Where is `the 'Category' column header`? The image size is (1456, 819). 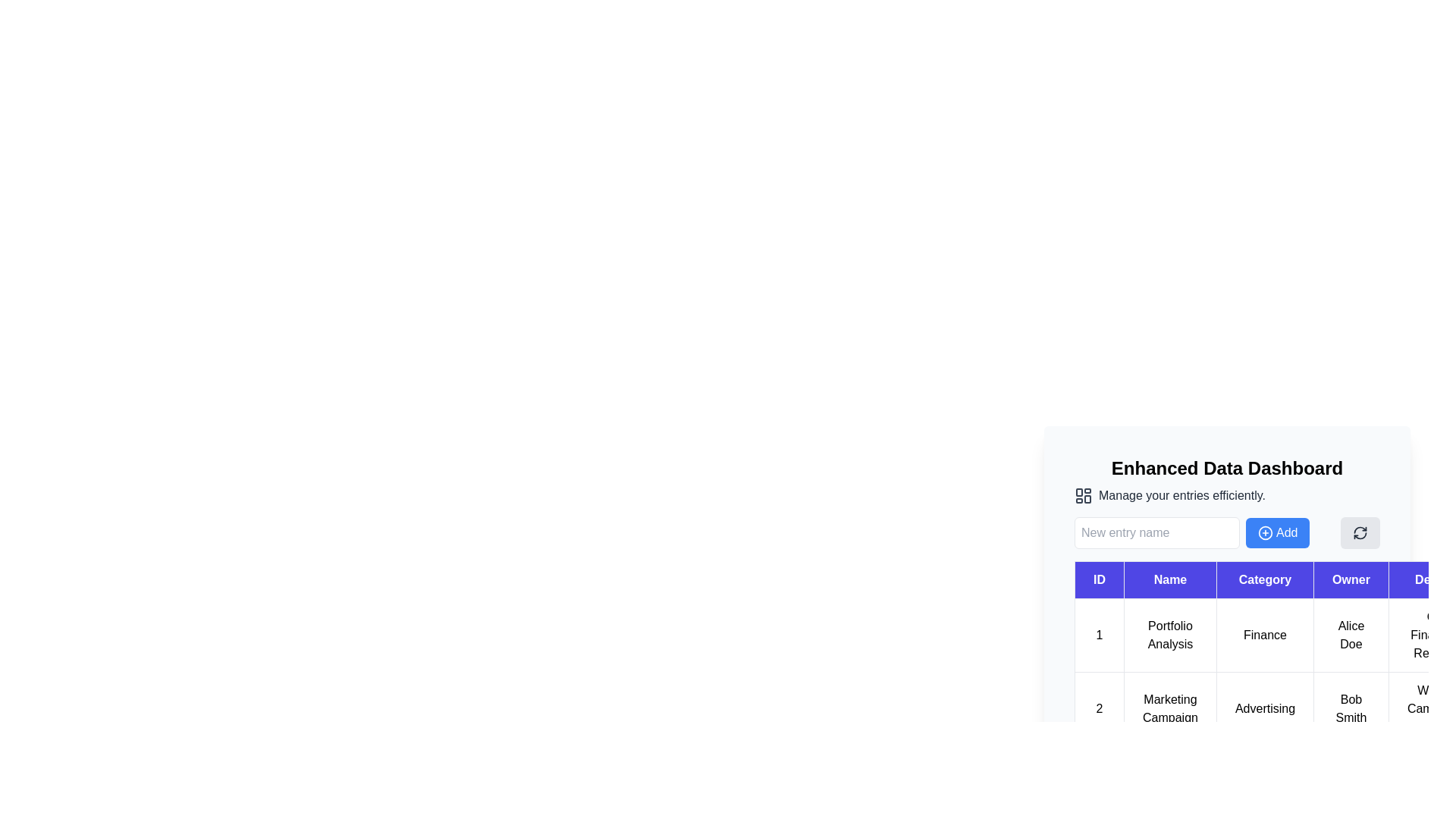
the 'Category' column header is located at coordinates (1227, 564).